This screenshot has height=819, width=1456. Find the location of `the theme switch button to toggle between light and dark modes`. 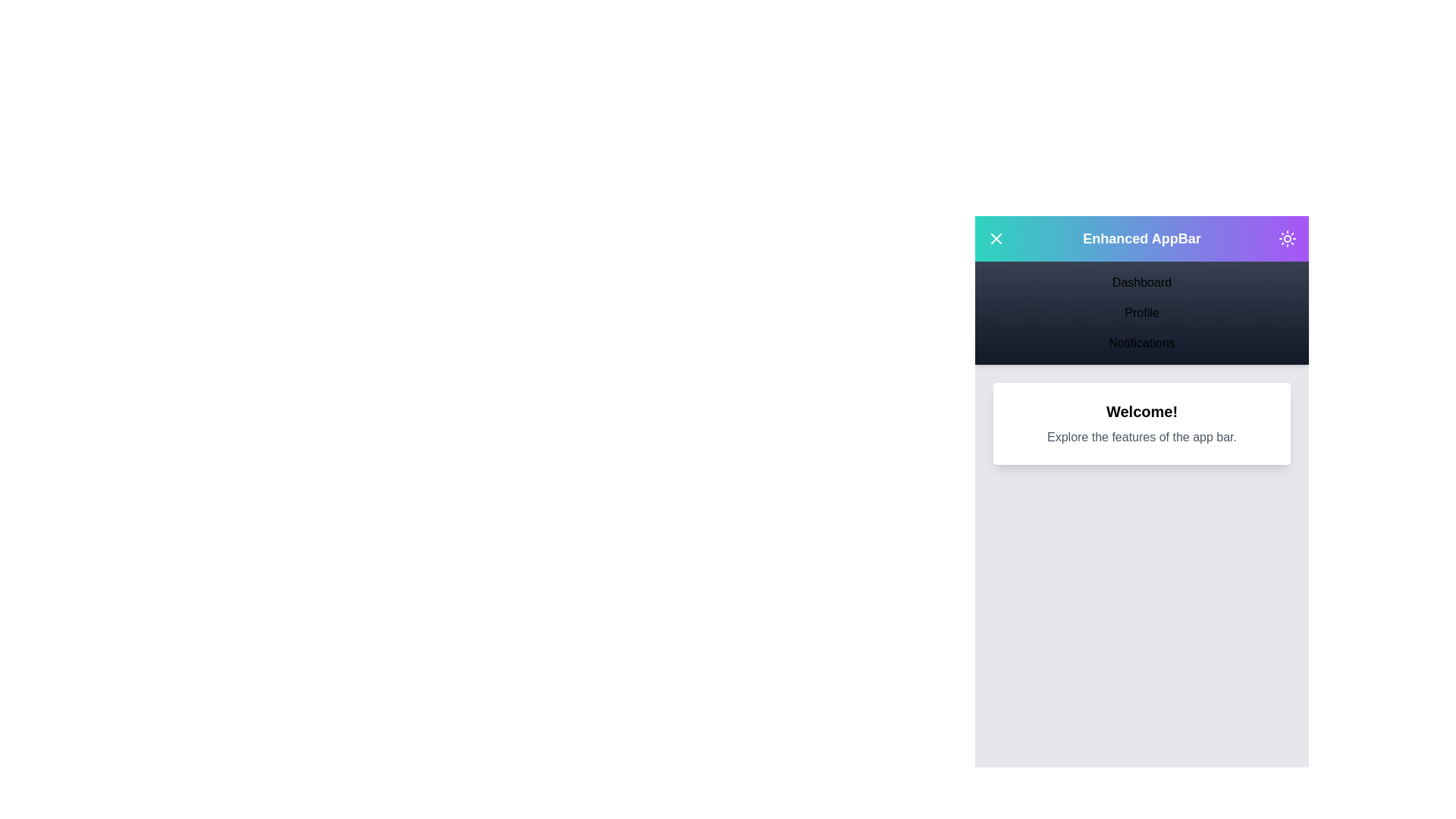

the theme switch button to toggle between light and dark modes is located at coordinates (1287, 239).